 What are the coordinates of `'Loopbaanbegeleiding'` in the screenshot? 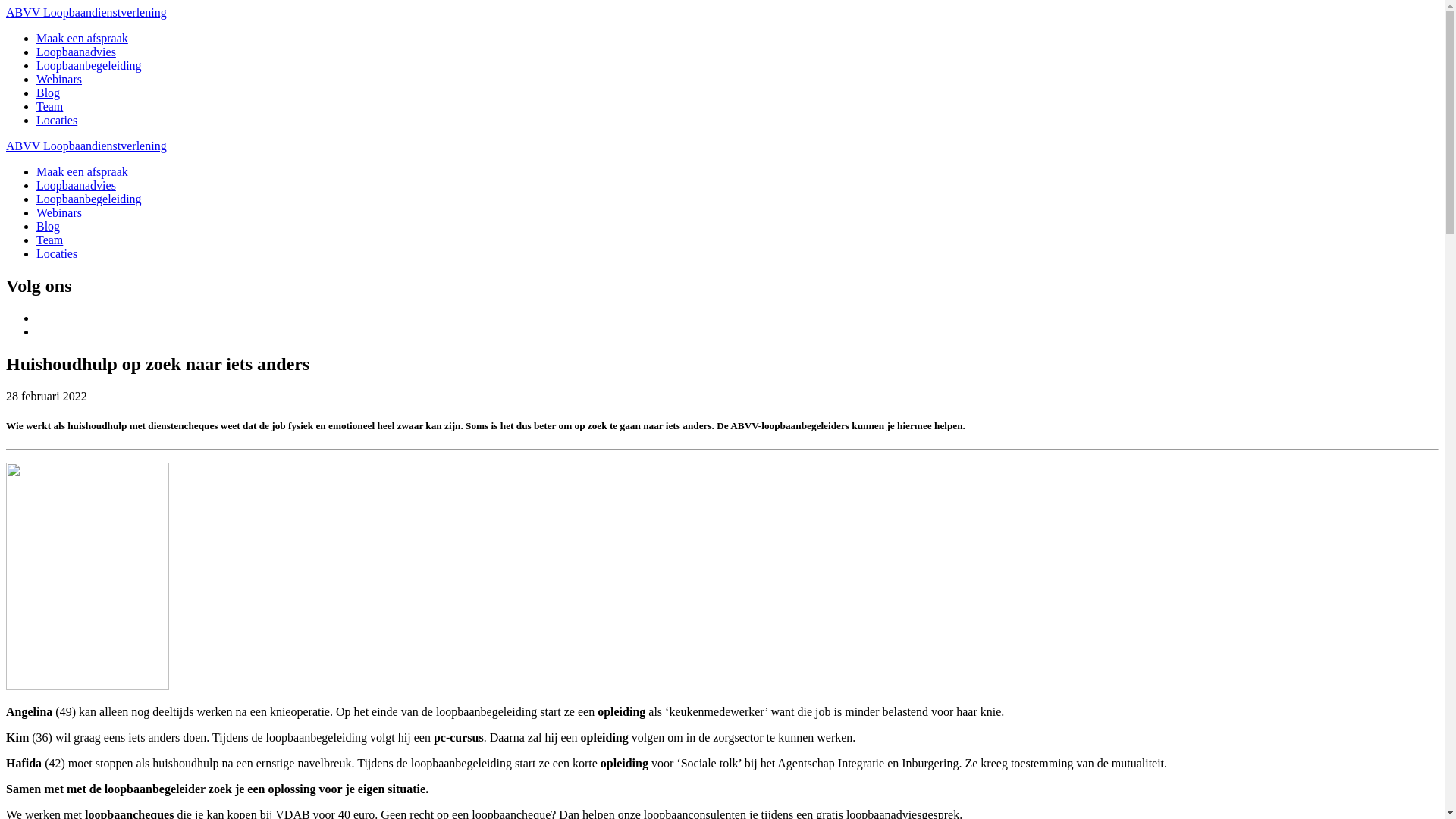 It's located at (88, 198).